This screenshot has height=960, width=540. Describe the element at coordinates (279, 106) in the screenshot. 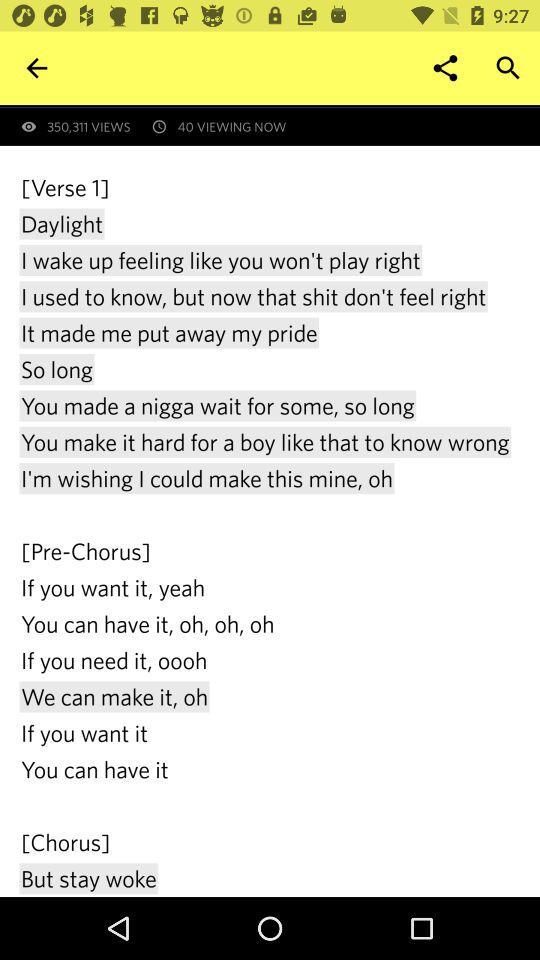

I see `the first revealed at` at that location.